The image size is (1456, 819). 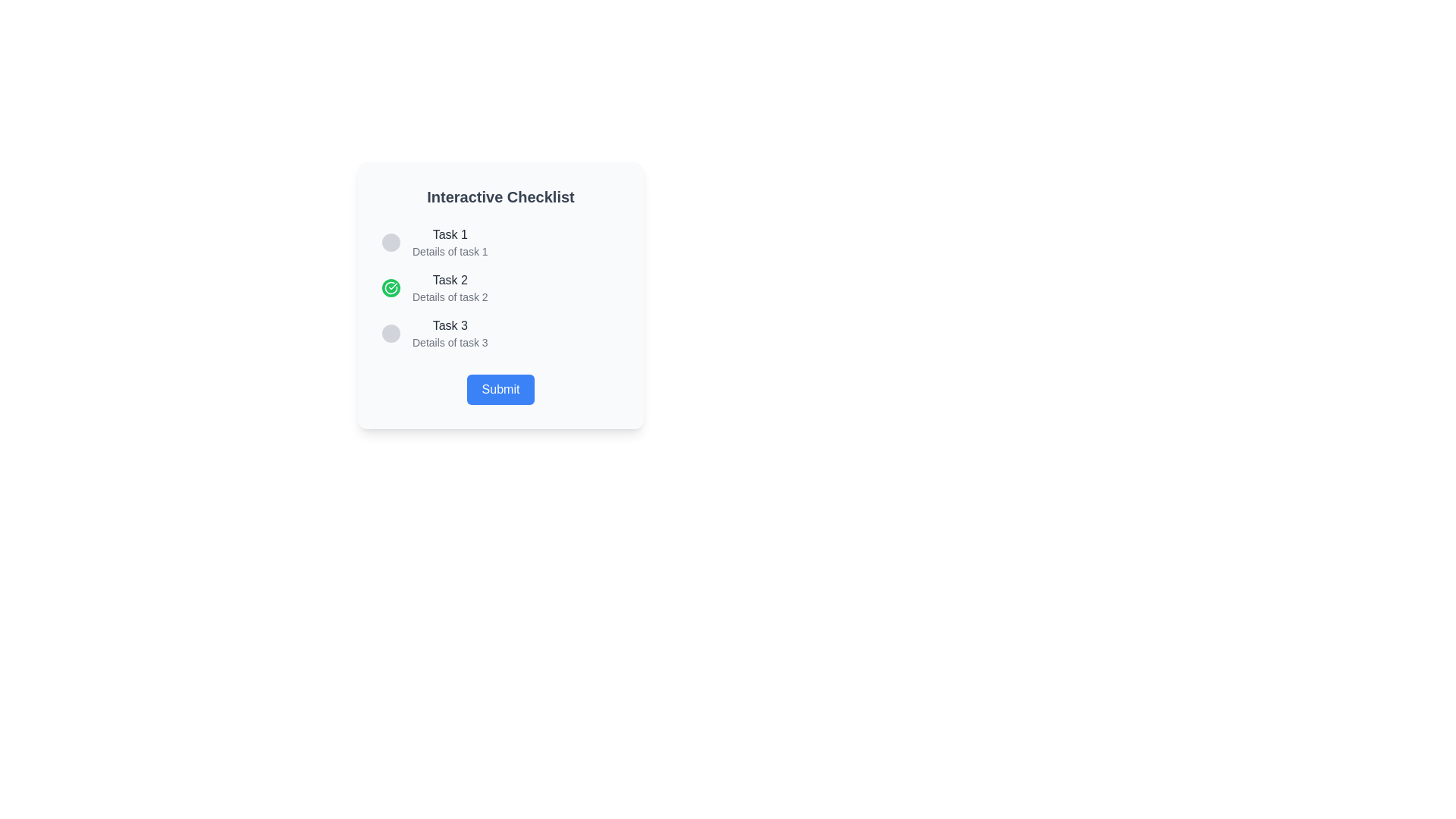 What do you see at coordinates (449, 250) in the screenshot?
I see `the descriptive text label for 'Task 1', which is the second line immediately below the heading 'Task 1'` at bounding box center [449, 250].